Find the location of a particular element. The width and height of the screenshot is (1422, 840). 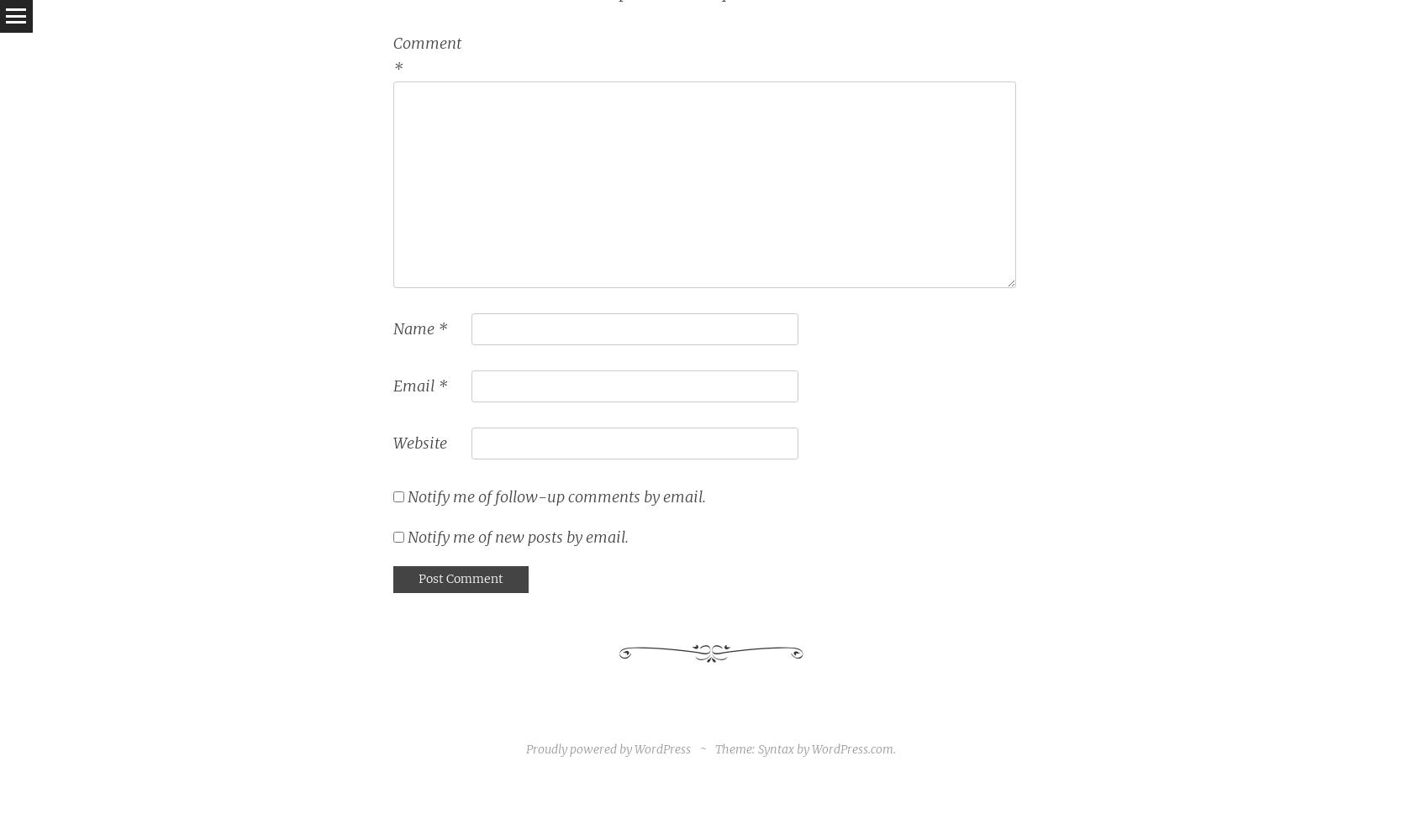

'Notify me of follow-up comments by email.' is located at coordinates (406, 496).